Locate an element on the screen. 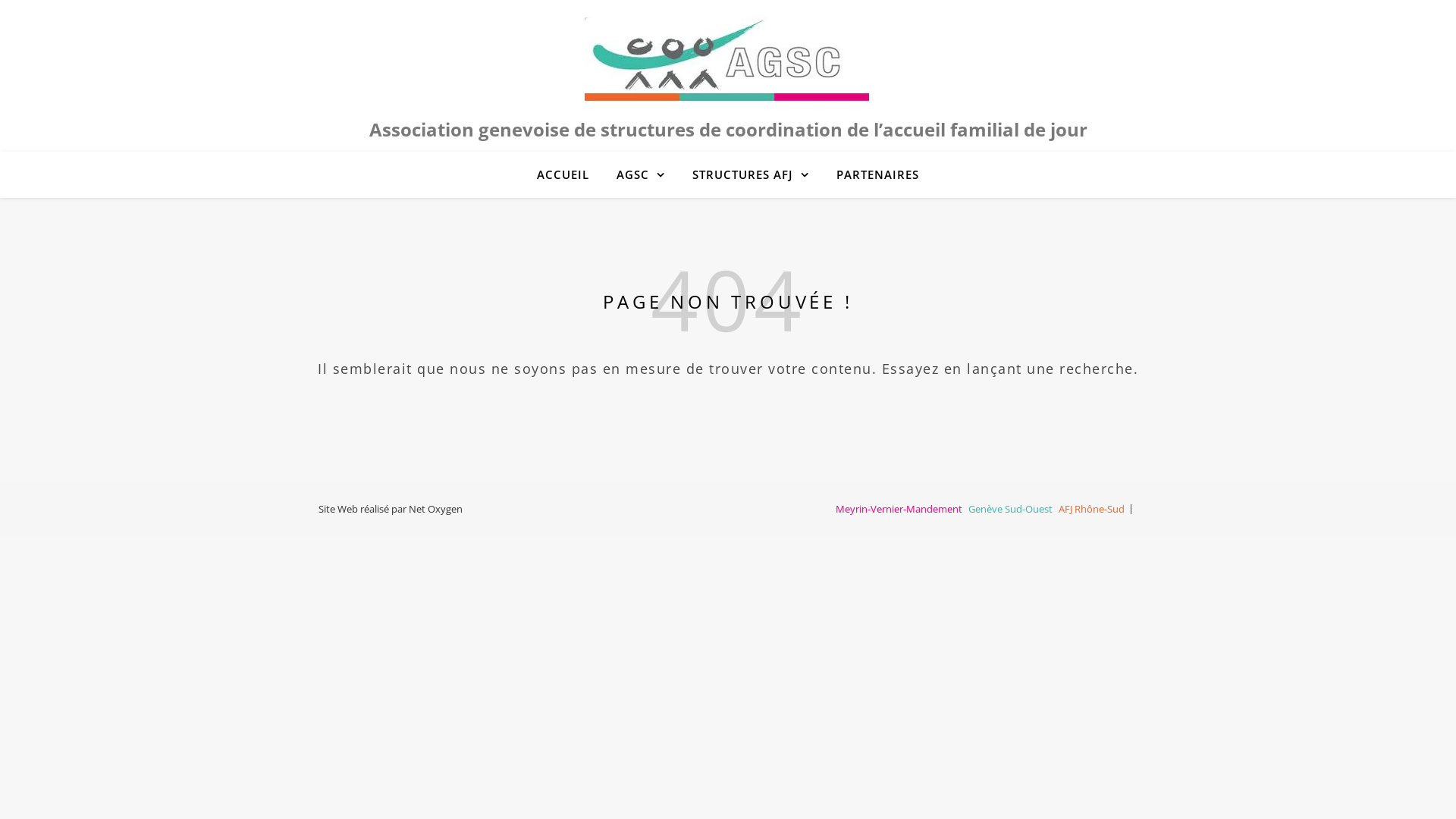 This screenshot has width=1456, height=819. 'STRUCTURES AFJ' is located at coordinates (750, 174).